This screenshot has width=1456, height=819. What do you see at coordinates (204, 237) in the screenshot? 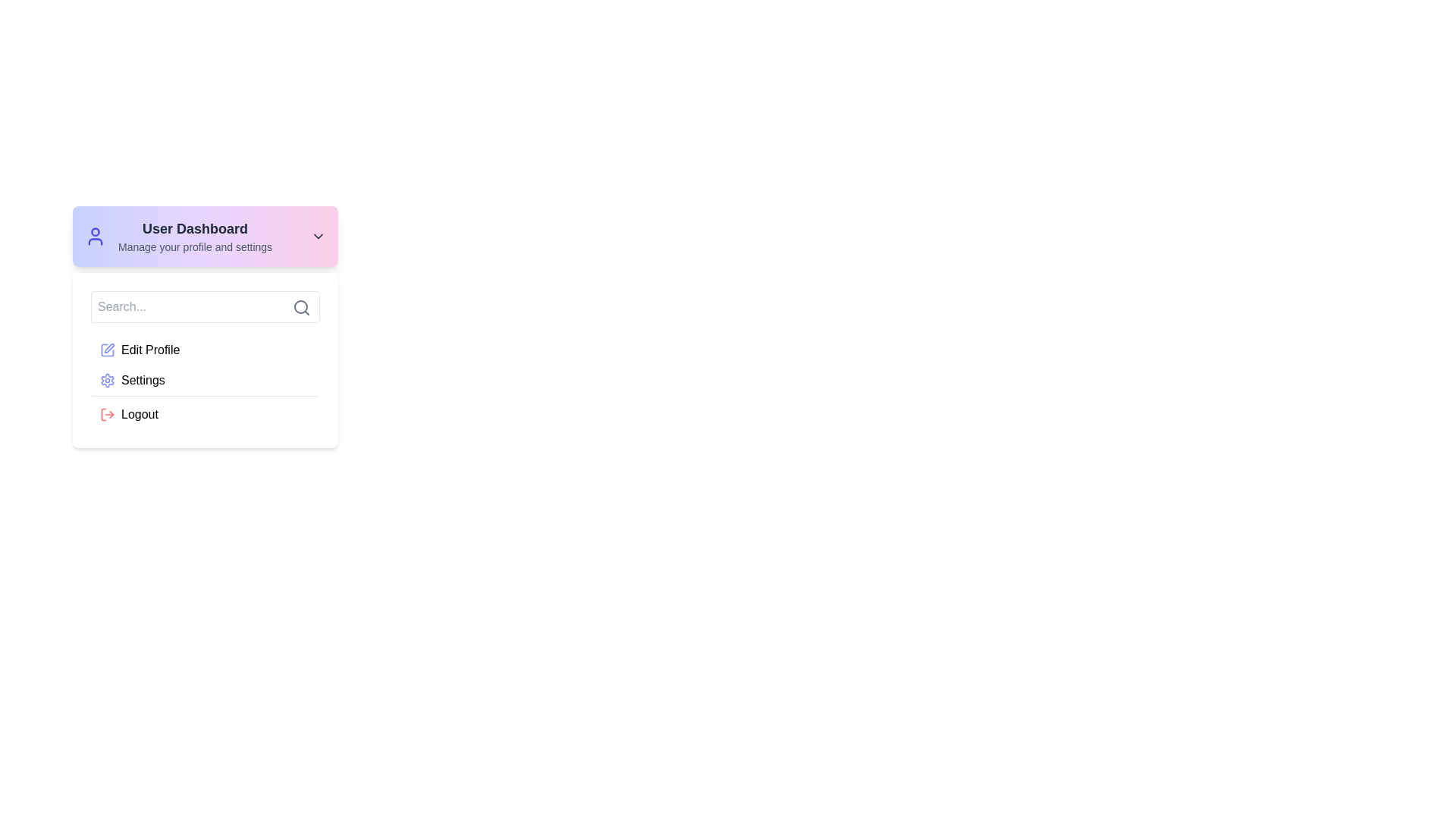
I see `the Dropdown Header titled 'User Dashboard'` at bounding box center [204, 237].